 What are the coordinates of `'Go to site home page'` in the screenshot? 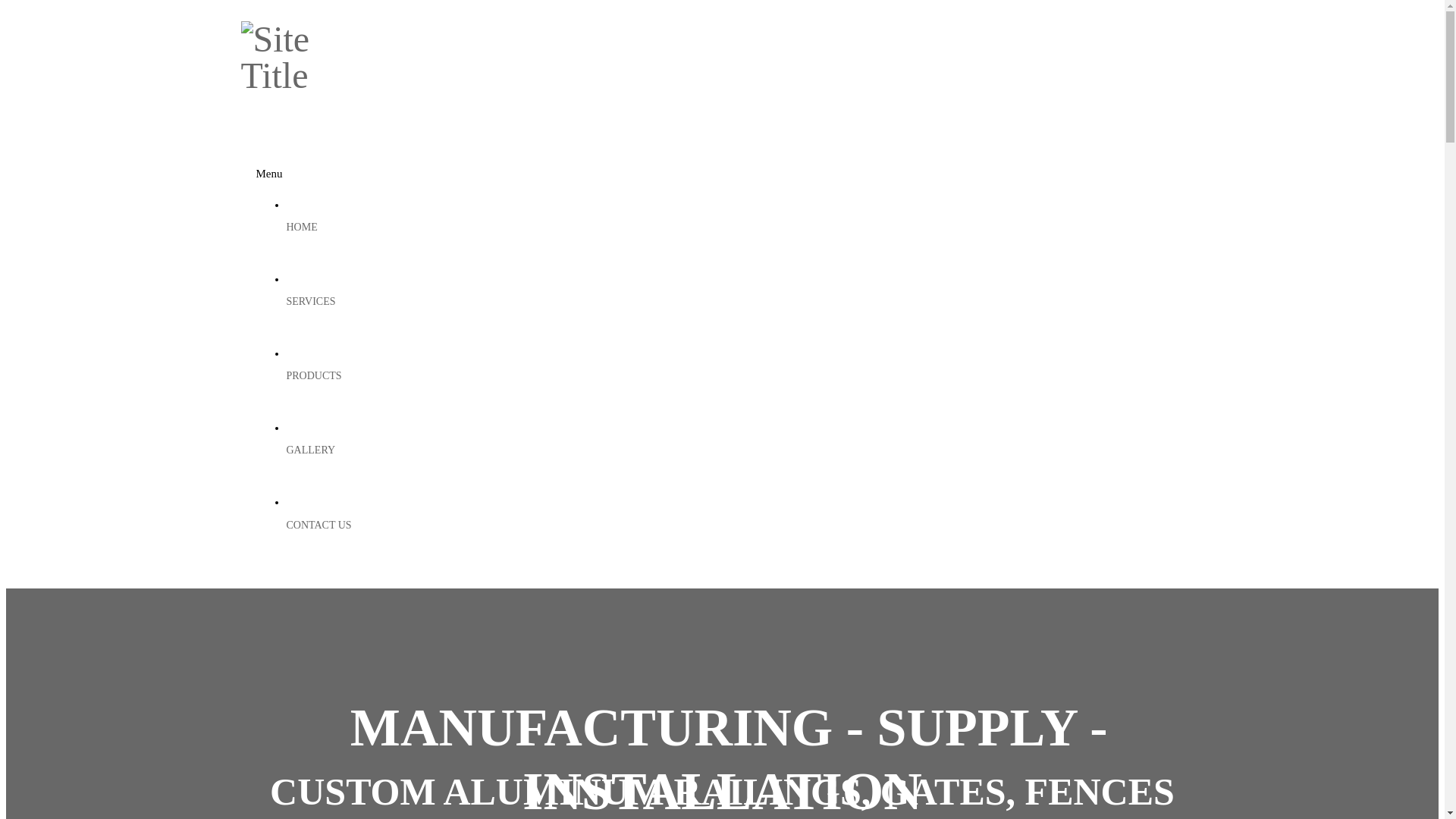 It's located at (298, 75).